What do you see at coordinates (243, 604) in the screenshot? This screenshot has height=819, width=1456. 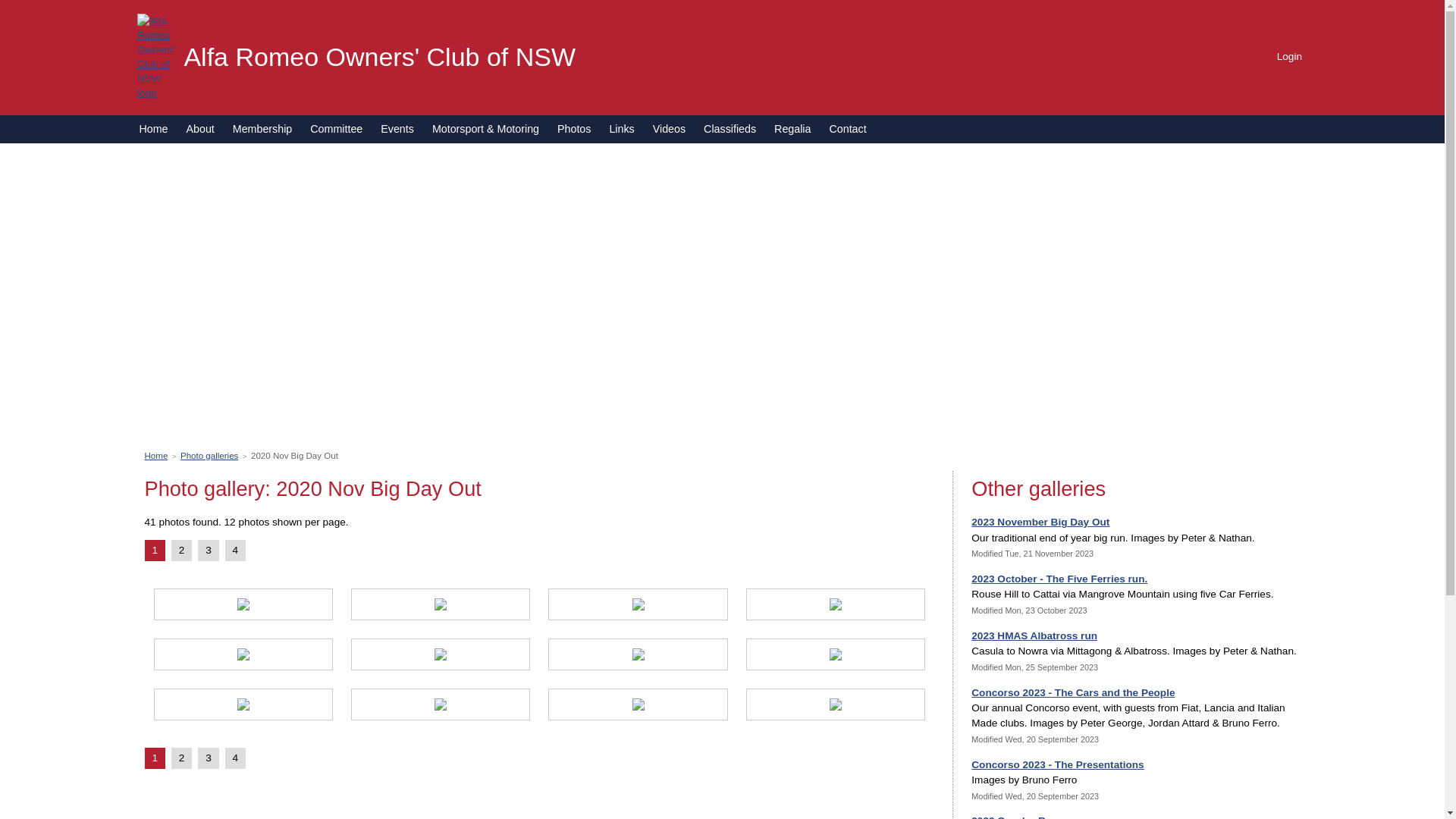 I see `'Photo 1'` at bounding box center [243, 604].